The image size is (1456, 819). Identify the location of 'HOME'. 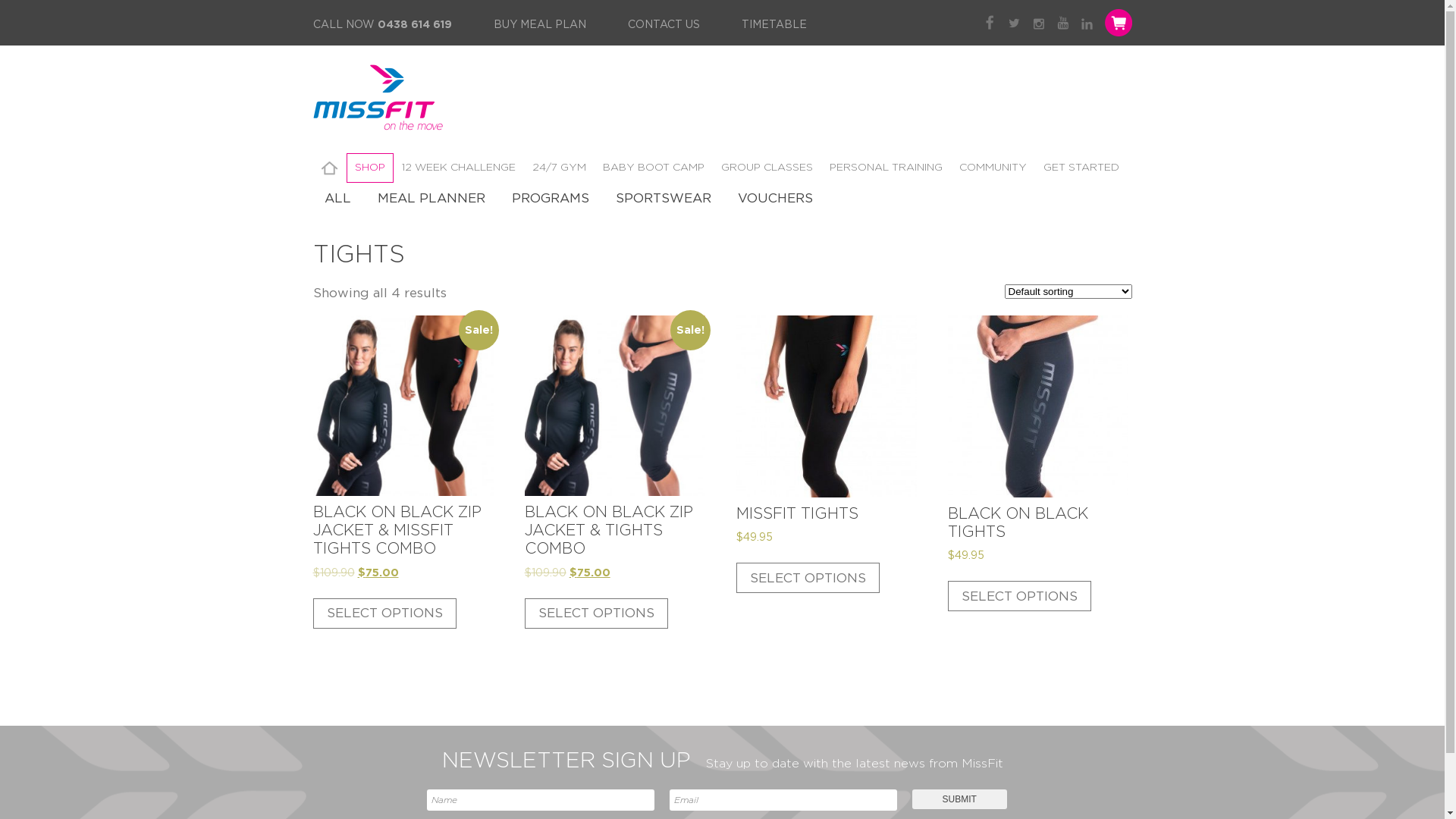
(328, 168).